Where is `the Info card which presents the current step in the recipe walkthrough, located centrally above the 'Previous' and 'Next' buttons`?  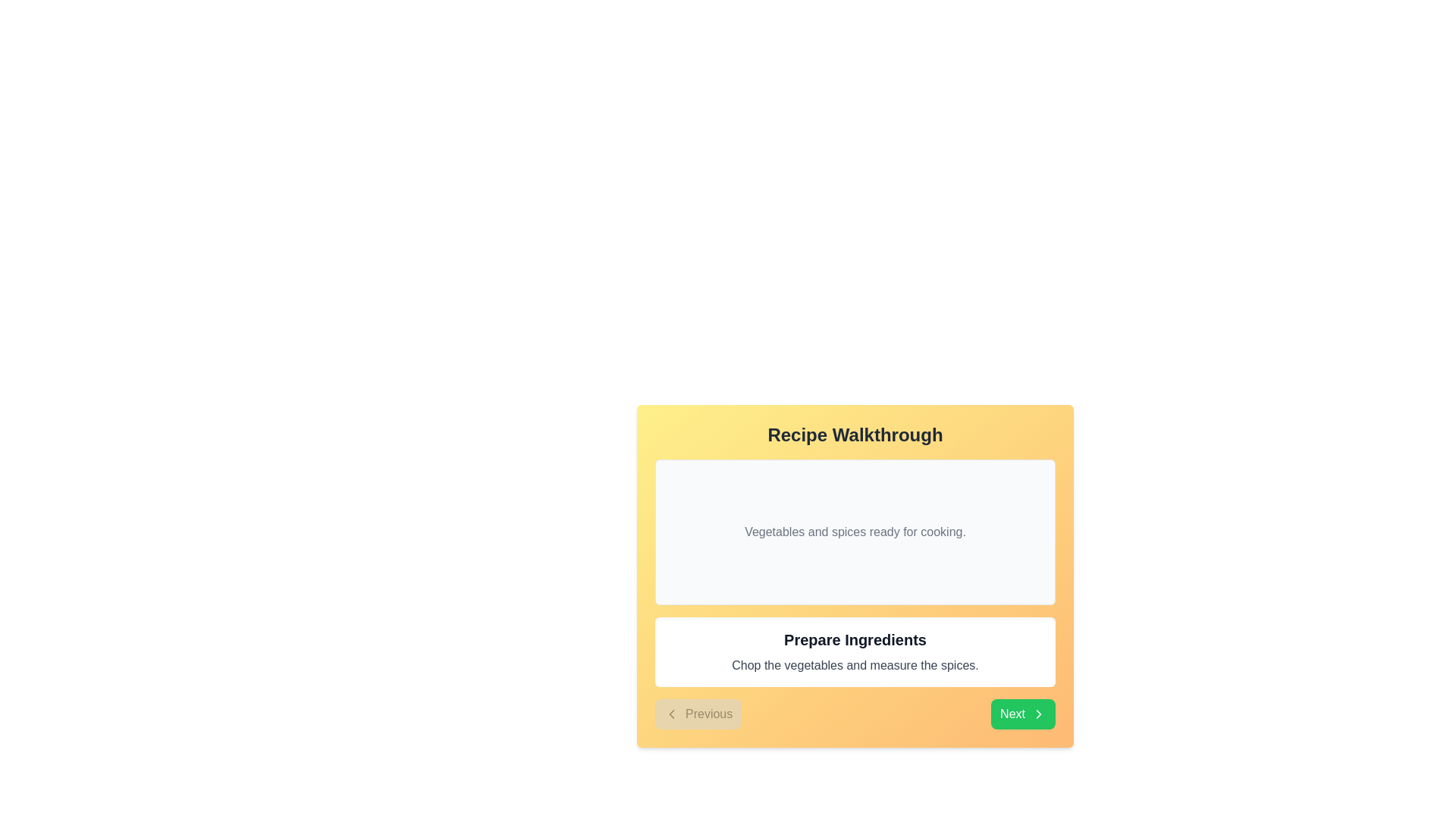
the Info card which presents the current step in the recipe walkthrough, located centrally above the 'Previous' and 'Next' buttons is located at coordinates (855, 576).